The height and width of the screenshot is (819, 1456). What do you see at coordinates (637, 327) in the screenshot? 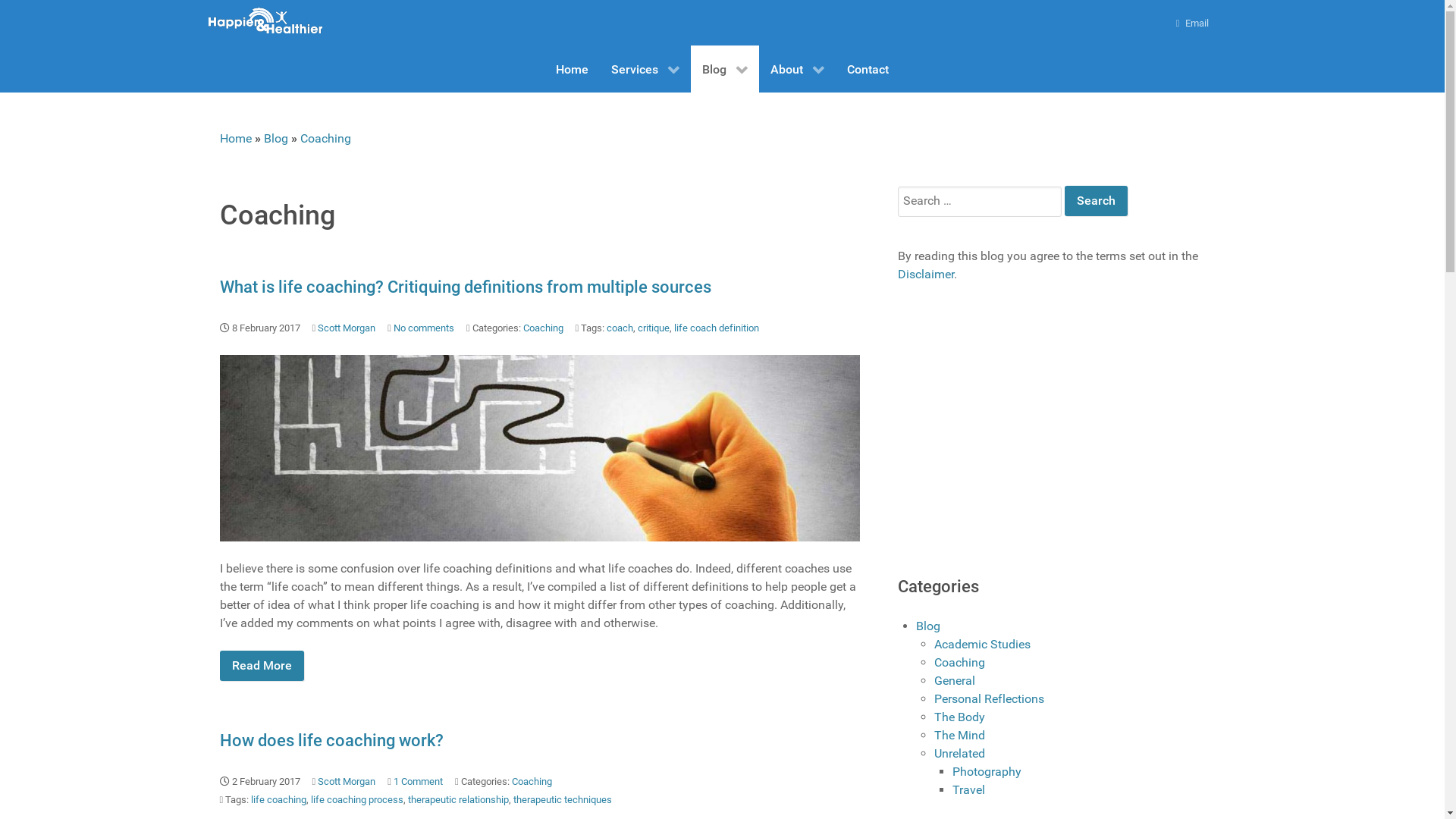
I see `'critique'` at bounding box center [637, 327].